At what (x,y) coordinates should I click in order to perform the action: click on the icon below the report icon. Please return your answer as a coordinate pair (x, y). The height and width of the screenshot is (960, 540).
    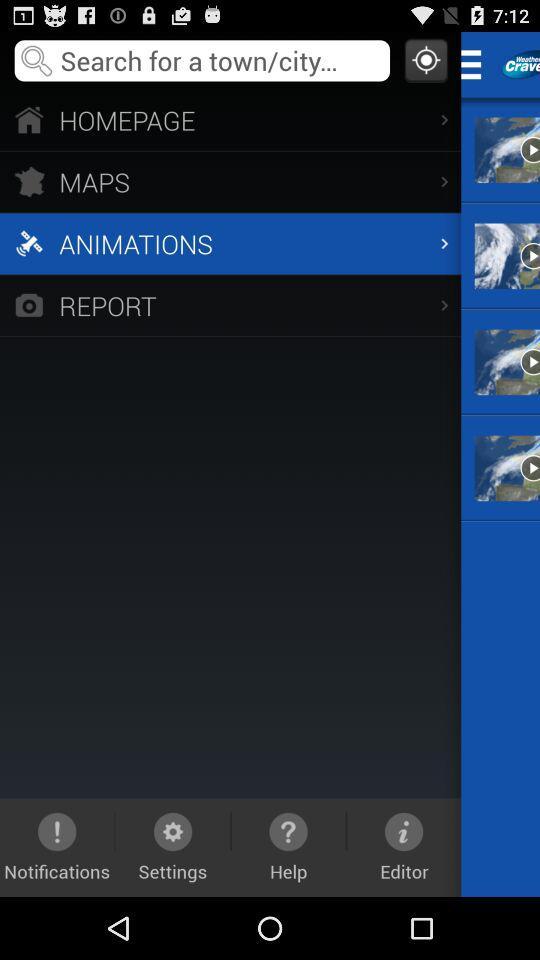
    Looking at the image, I should click on (57, 846).